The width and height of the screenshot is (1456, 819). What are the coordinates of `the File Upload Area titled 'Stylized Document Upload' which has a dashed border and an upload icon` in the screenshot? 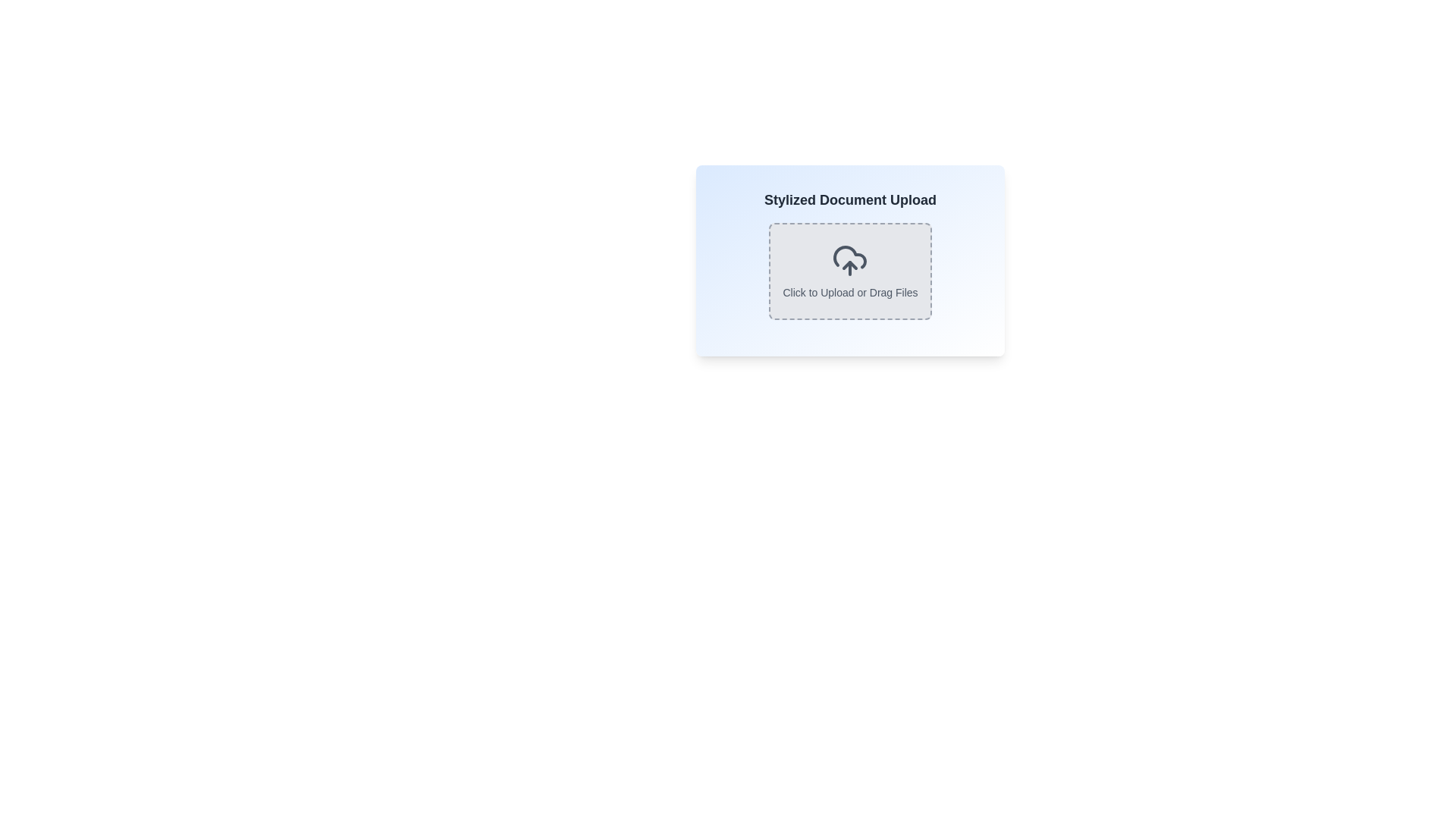 It's located at (850, 259).